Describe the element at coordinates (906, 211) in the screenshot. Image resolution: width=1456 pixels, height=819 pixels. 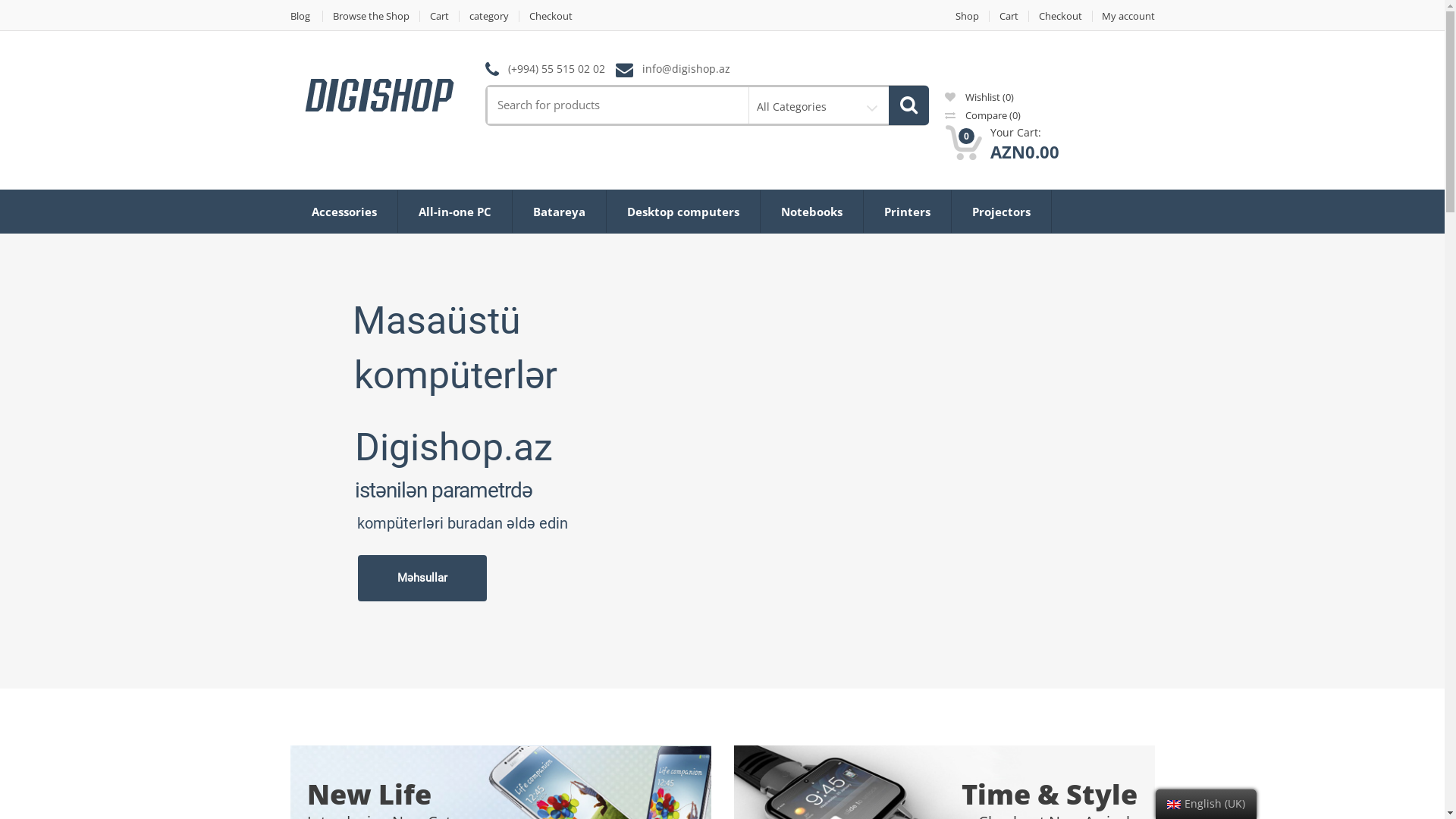
I see `'Printers'` at that location.